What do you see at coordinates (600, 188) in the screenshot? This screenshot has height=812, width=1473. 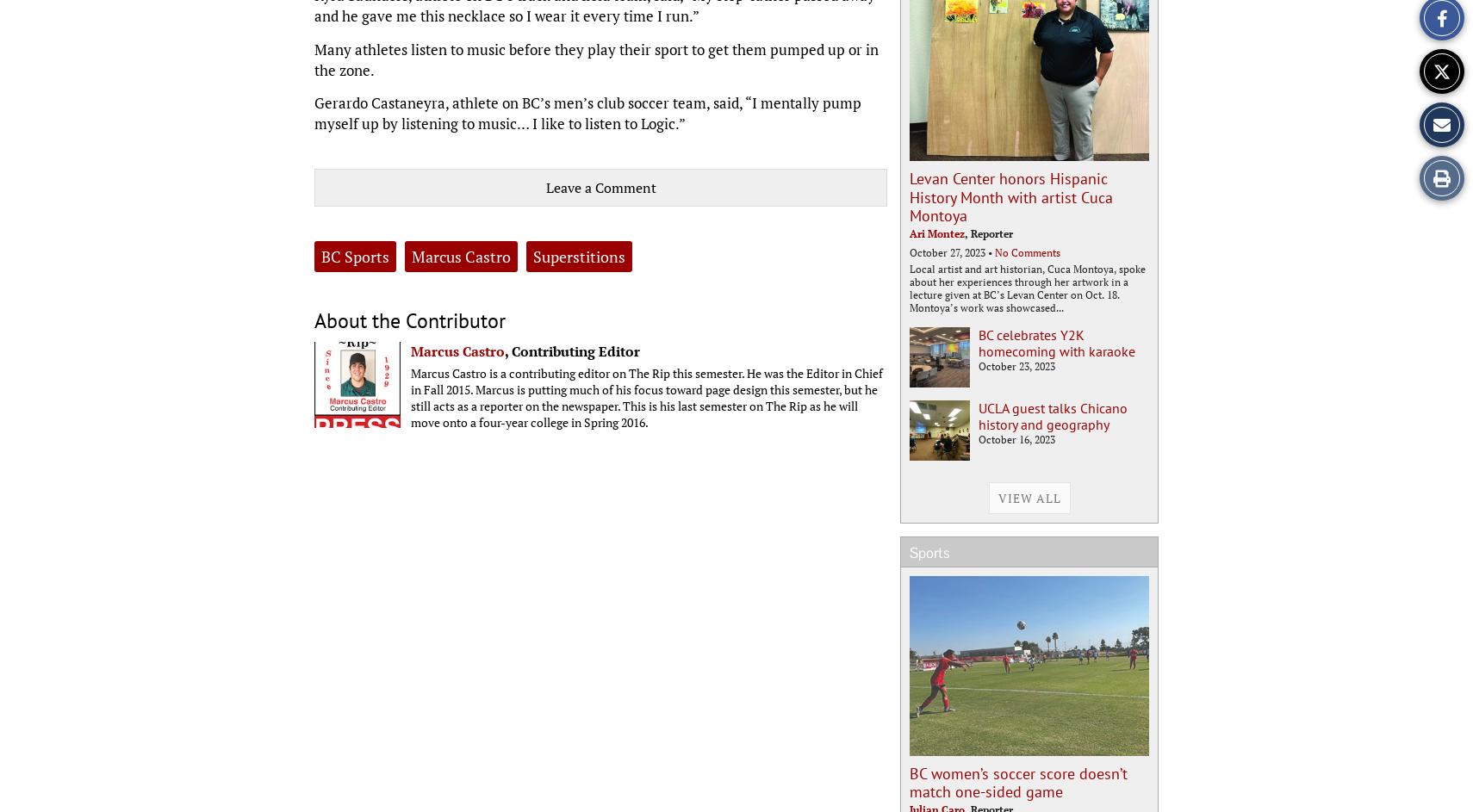 I see `'Leave a Comment'` at bounding box center [600, 188].